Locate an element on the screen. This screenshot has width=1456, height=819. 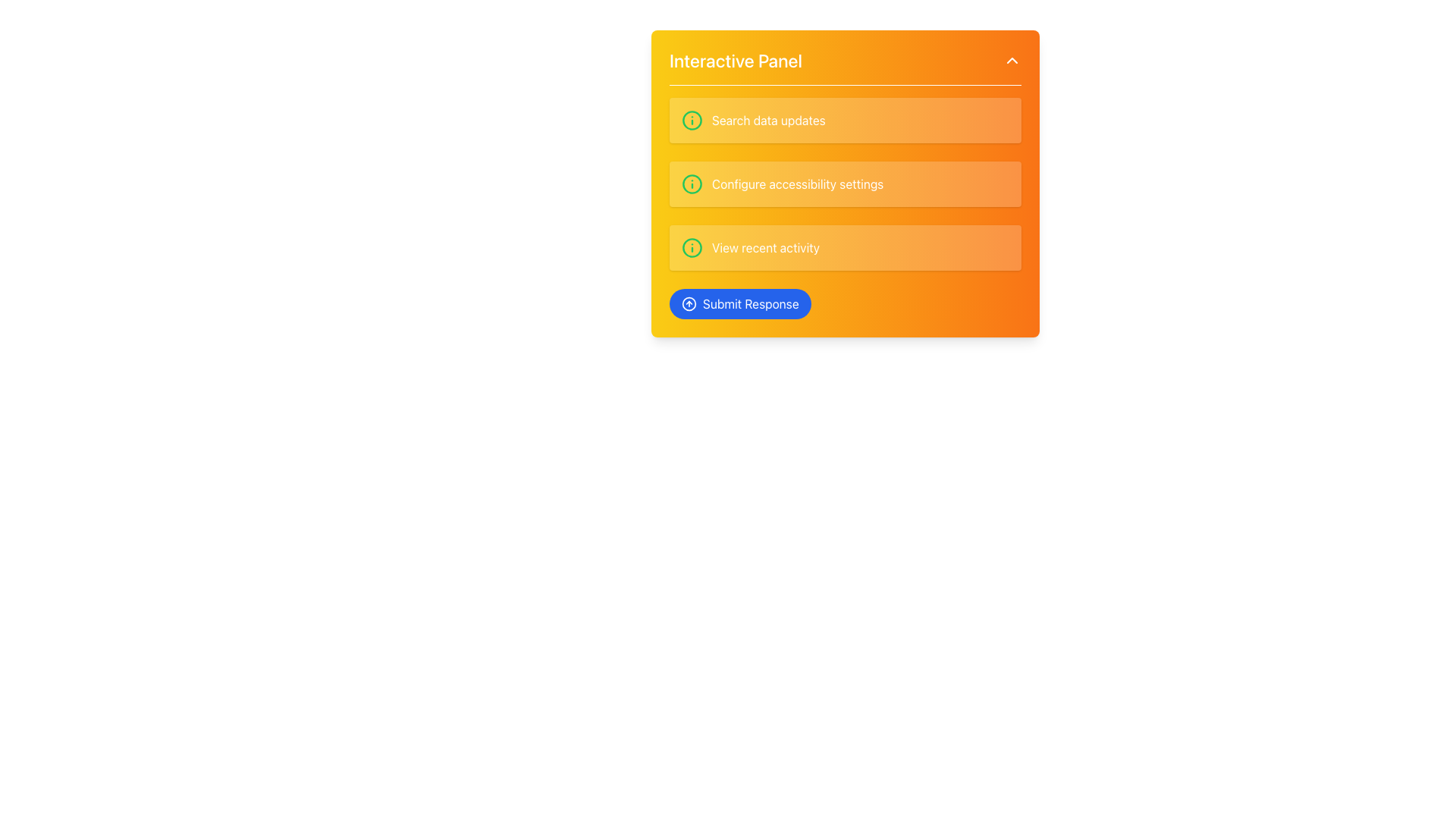
the SVG Circle icon representing the option 'View recent activity' in the 'Interactive Panel' is located at coordinates (691, 247).